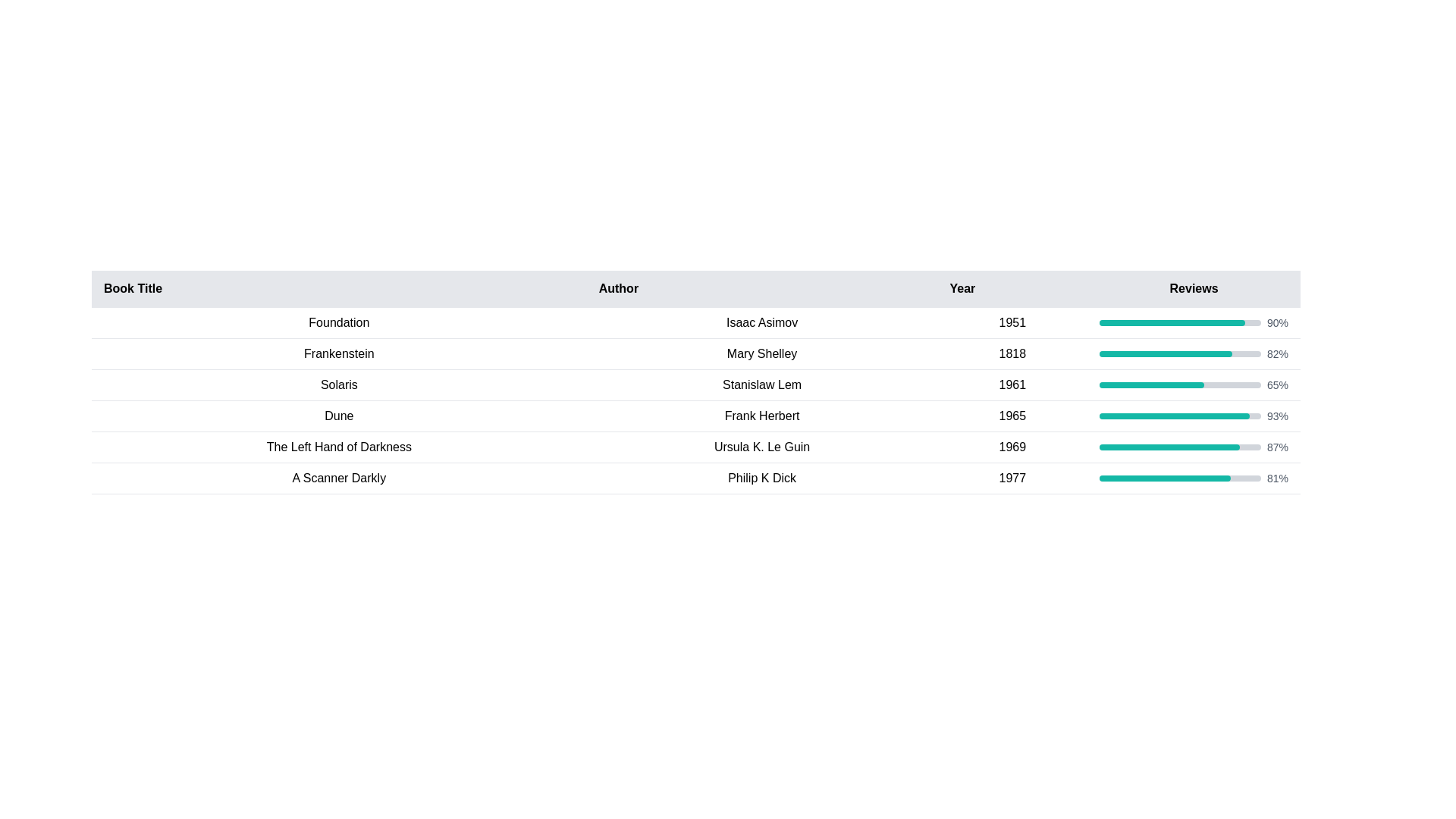 The image size is (1456, 819). Describe the element at coordinates (1193, 289) in the screenshot. I see `the fourth header cell of the table, which serves as a label for the review score data below` at that location.